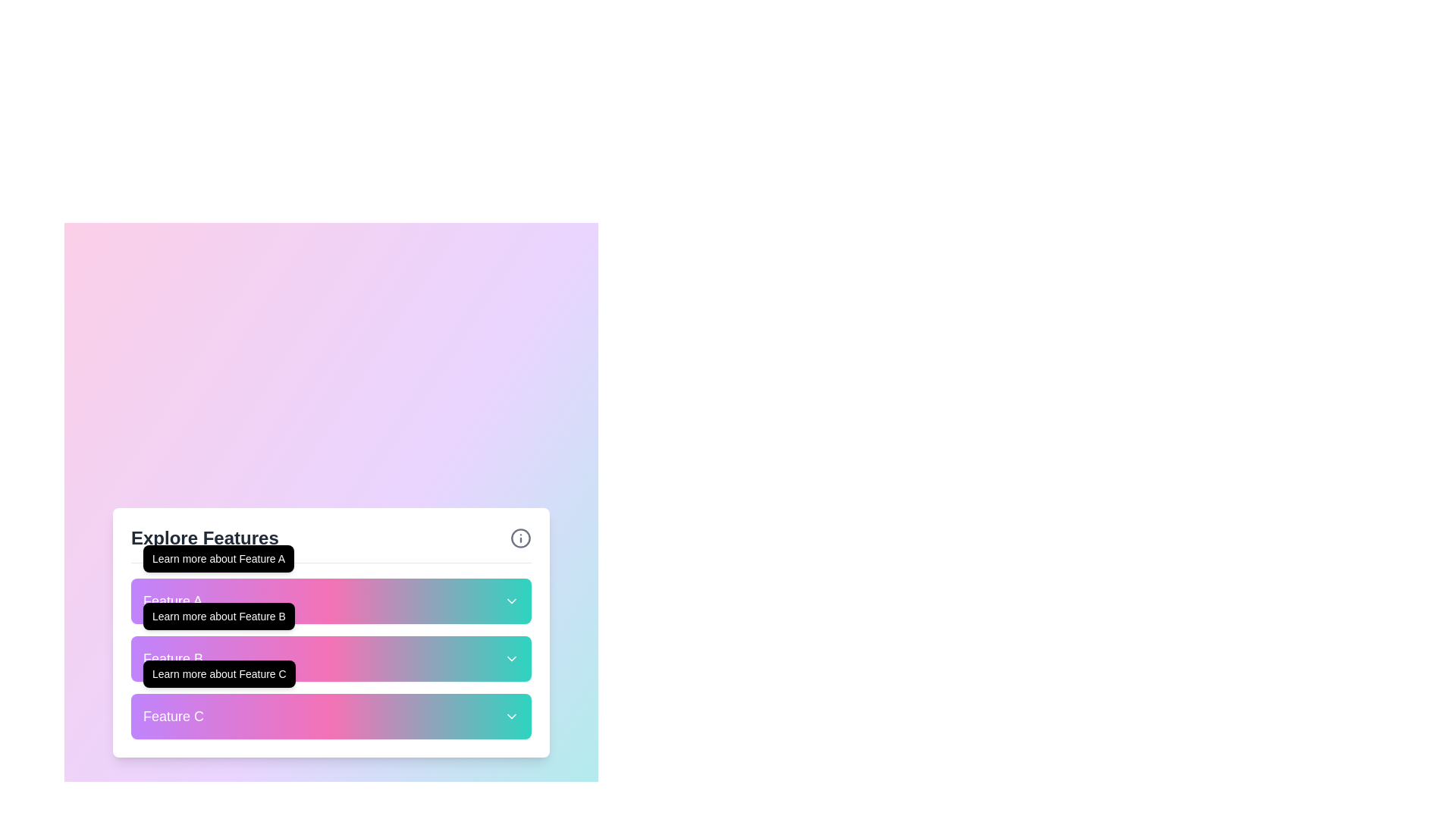 This screenshot has height=819, width=1456. I want to click on the downward-pointing chevron icon located on the far right side of the 'Feature B' section, so click(512, 657).